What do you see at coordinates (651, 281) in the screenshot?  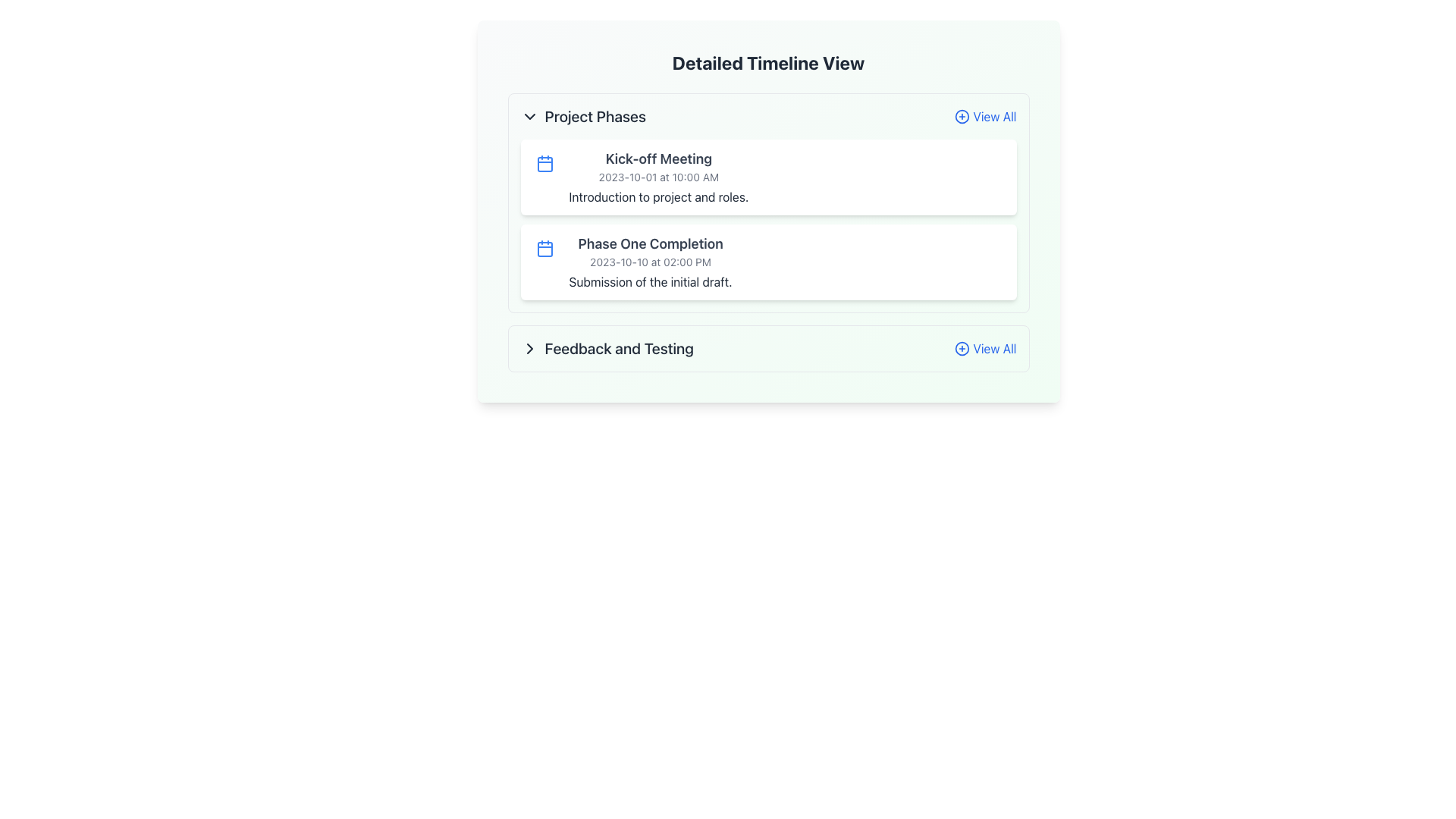 I see `text label that states 'Submission of the initial draft.' located within the 'Phase One Completion' card under the 'Project Phases' section` at bounding box center [651, 281].